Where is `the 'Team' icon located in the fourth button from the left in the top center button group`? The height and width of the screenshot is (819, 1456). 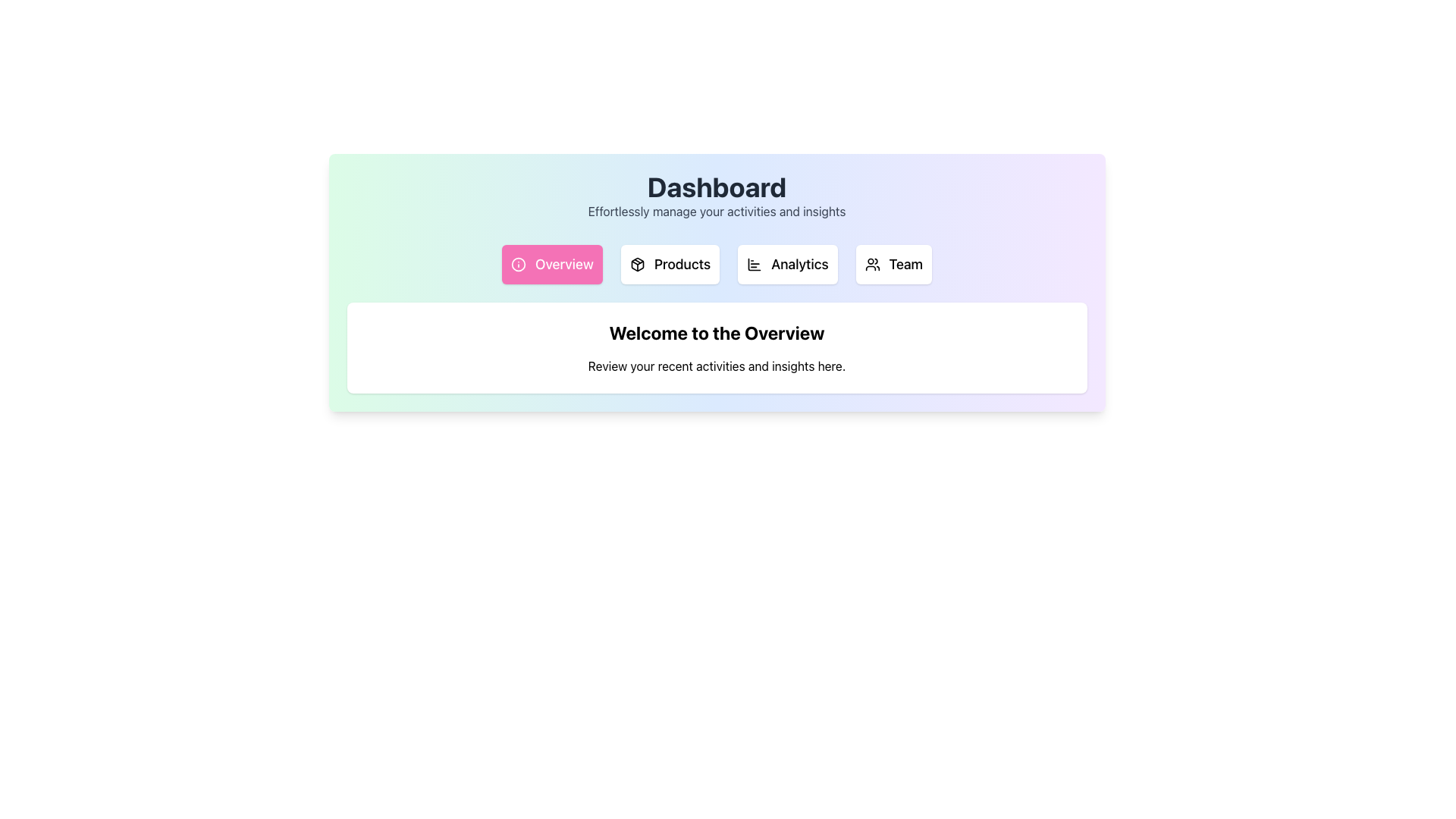 the 'Team' icon located in the fourth button from the left in the top center button group is located at coordinates (872, 263).